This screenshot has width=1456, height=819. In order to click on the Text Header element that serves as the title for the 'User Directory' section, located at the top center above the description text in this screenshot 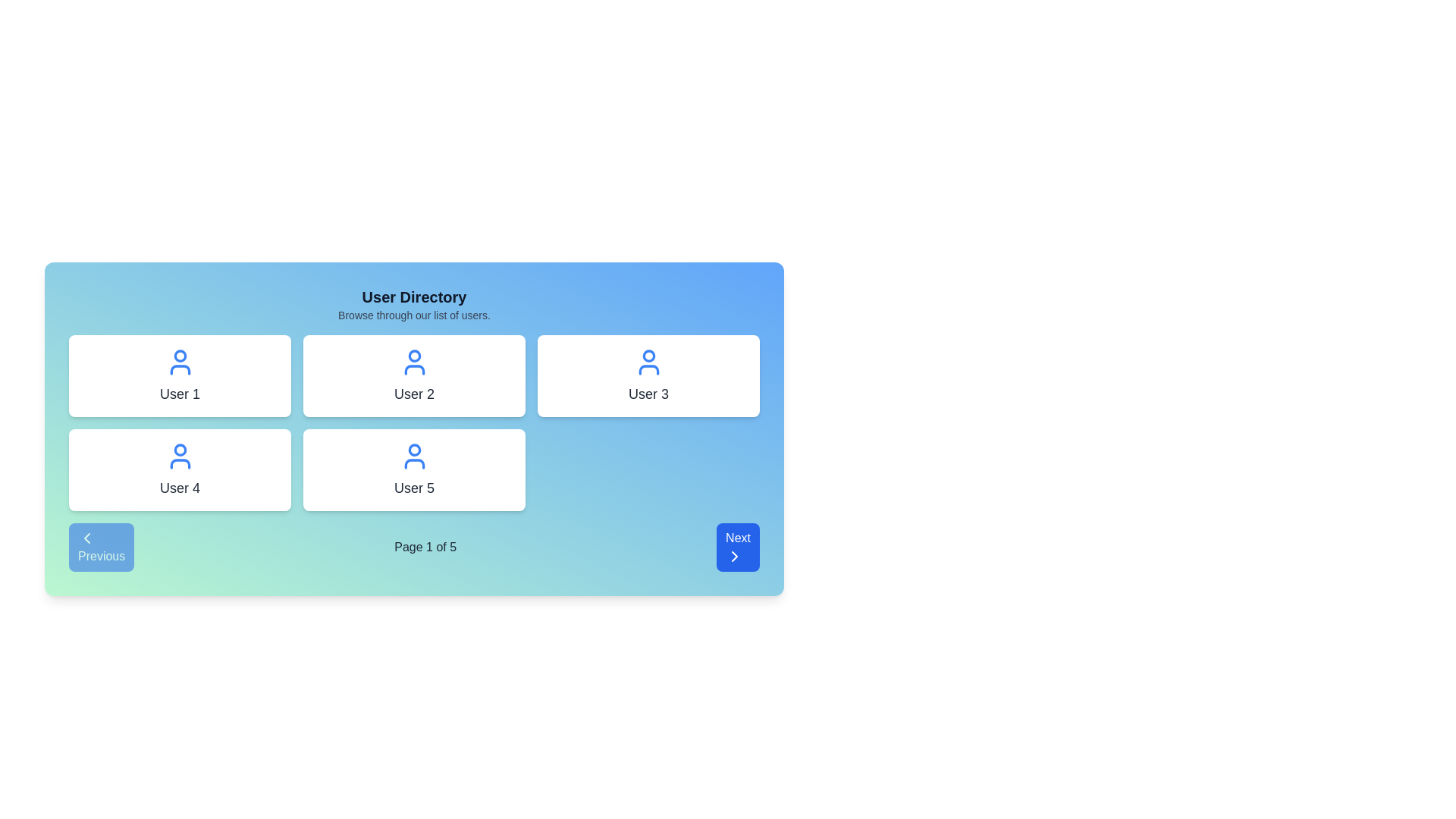, I will do `click(414, 297)`.